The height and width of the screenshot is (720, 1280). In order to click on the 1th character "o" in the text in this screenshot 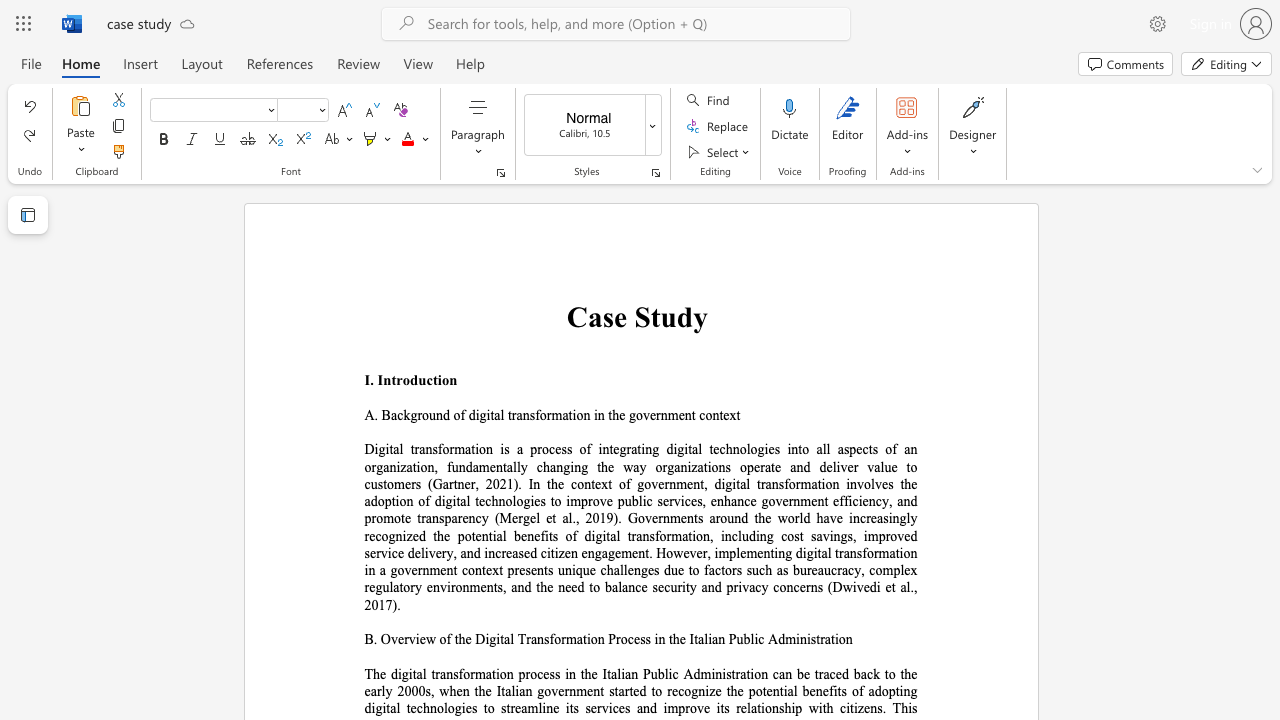, I will do `click(424, 414)`.